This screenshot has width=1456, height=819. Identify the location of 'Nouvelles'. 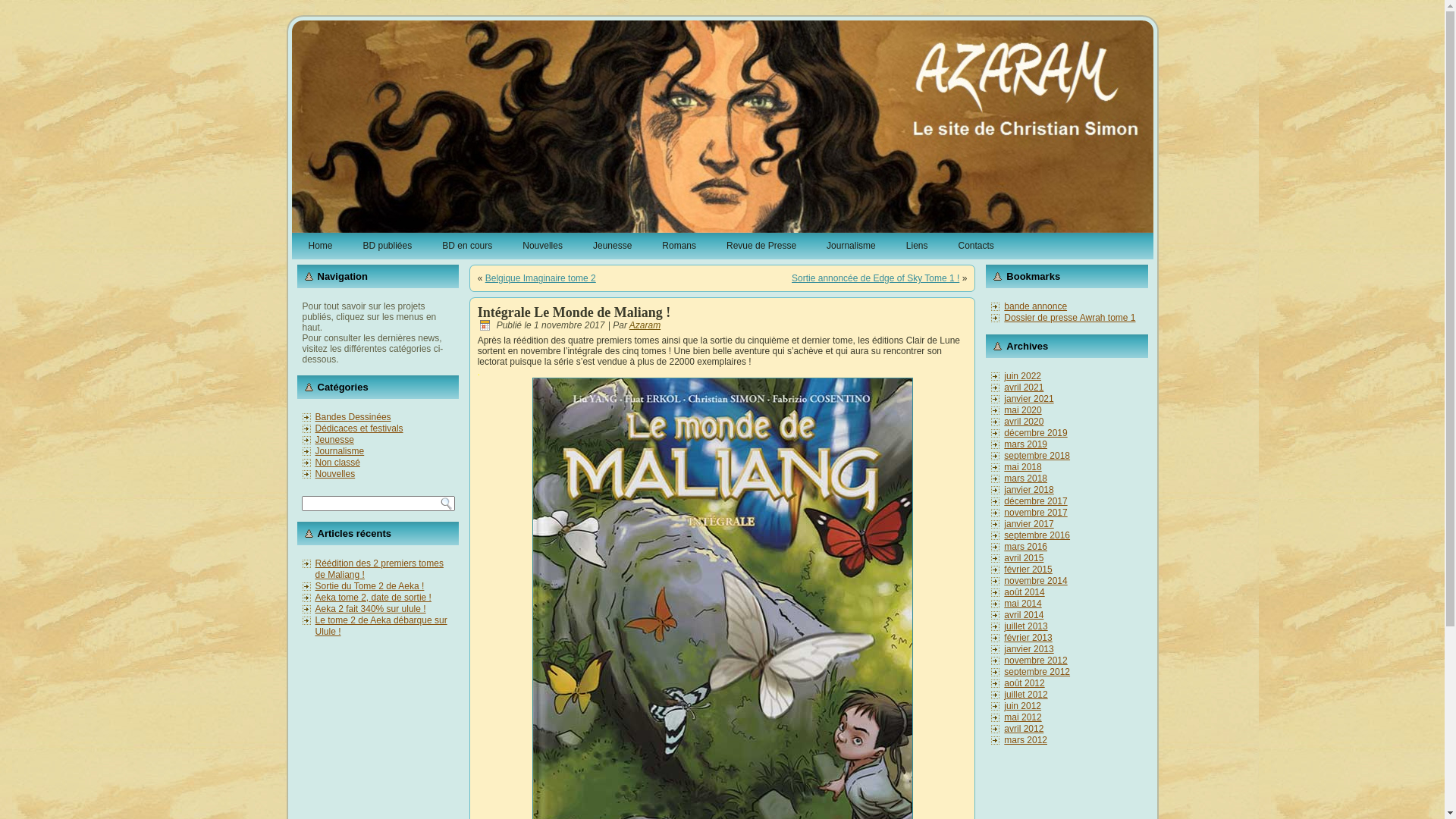
(542, 245).